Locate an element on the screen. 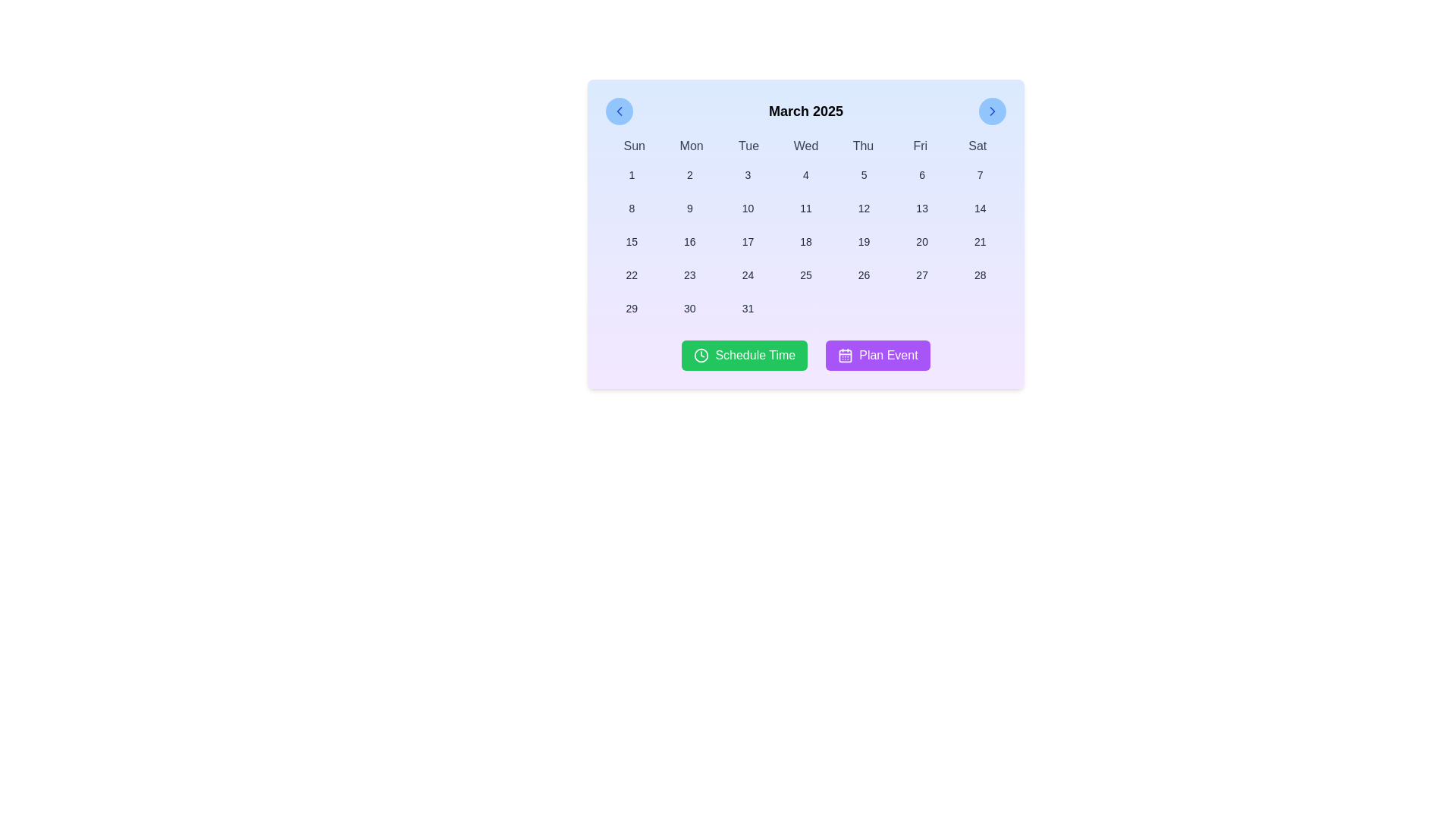 This screenshot has width=1456, height=819. the button representing the 29th day of the month in the displayed calendar is located at coordinates (632, 308).